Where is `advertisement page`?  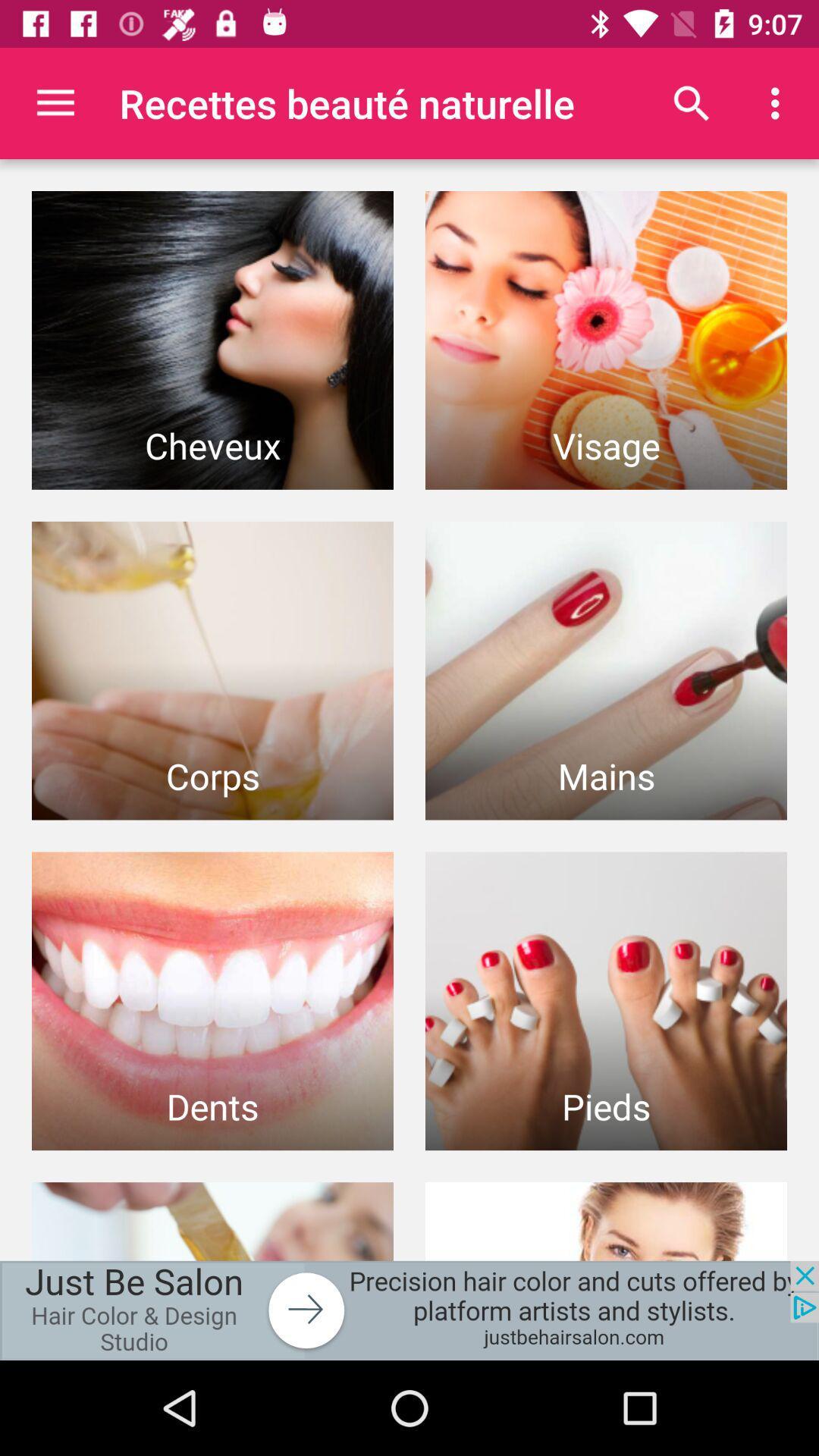 advertisement page is located at coordinates (409, 1310).